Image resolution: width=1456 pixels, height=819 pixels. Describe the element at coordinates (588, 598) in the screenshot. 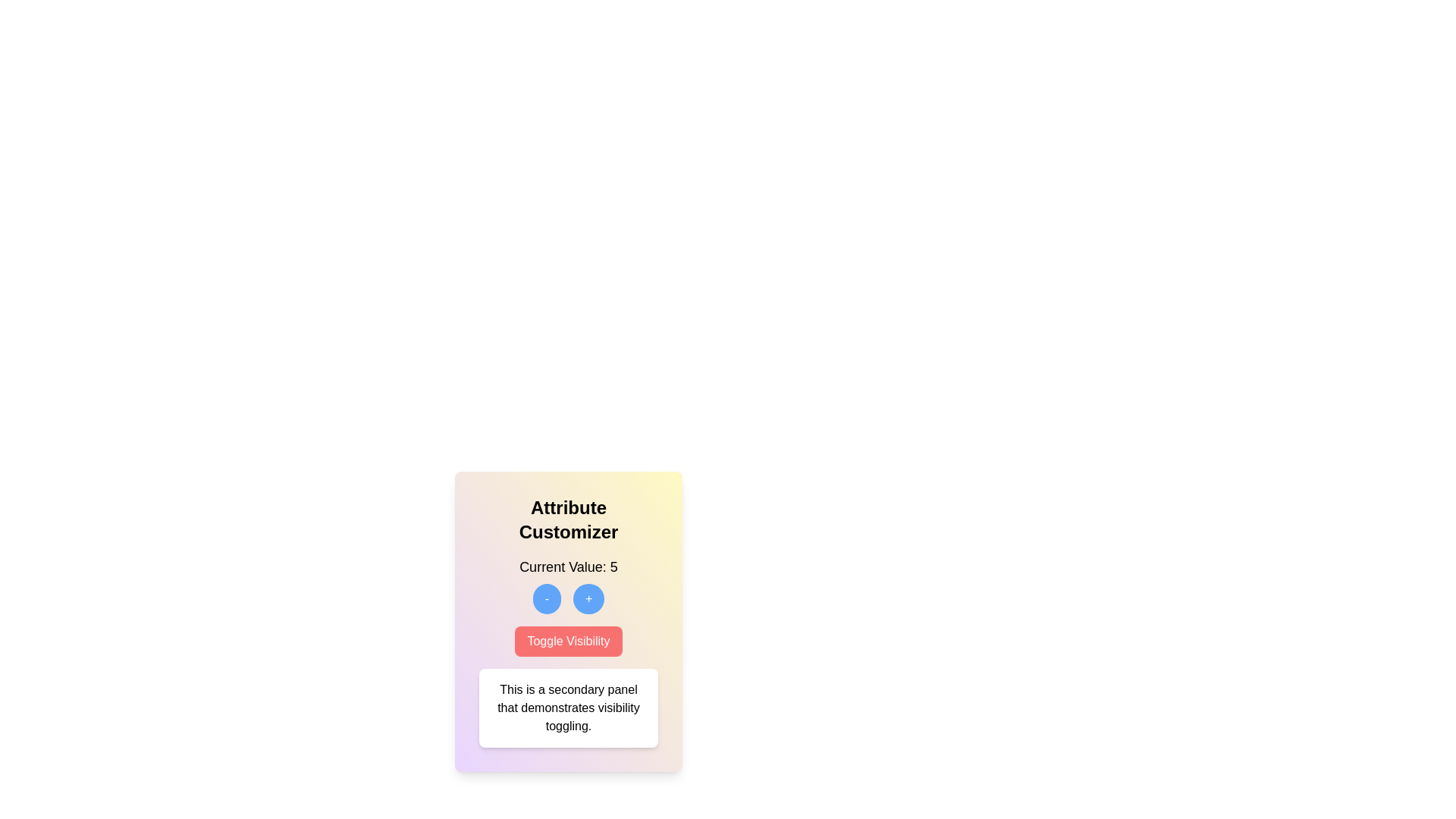

I see `the '+' button located to the right of the '-' button, below the text 'Current Value: 5', to increase the value` at that location.